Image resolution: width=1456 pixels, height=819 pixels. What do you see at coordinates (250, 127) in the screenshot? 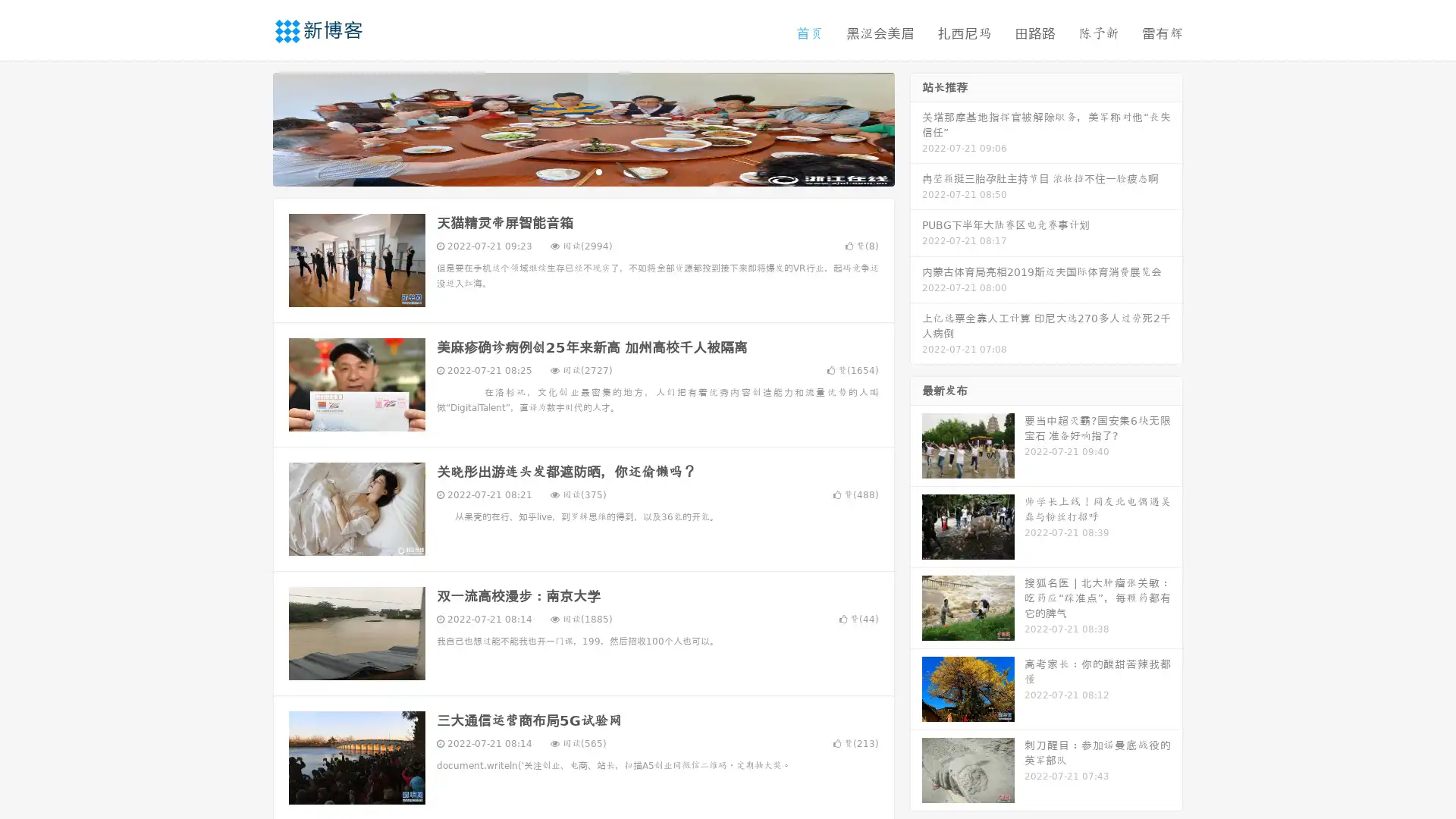
I see `Previous slide` at bounding box center [250, 127].